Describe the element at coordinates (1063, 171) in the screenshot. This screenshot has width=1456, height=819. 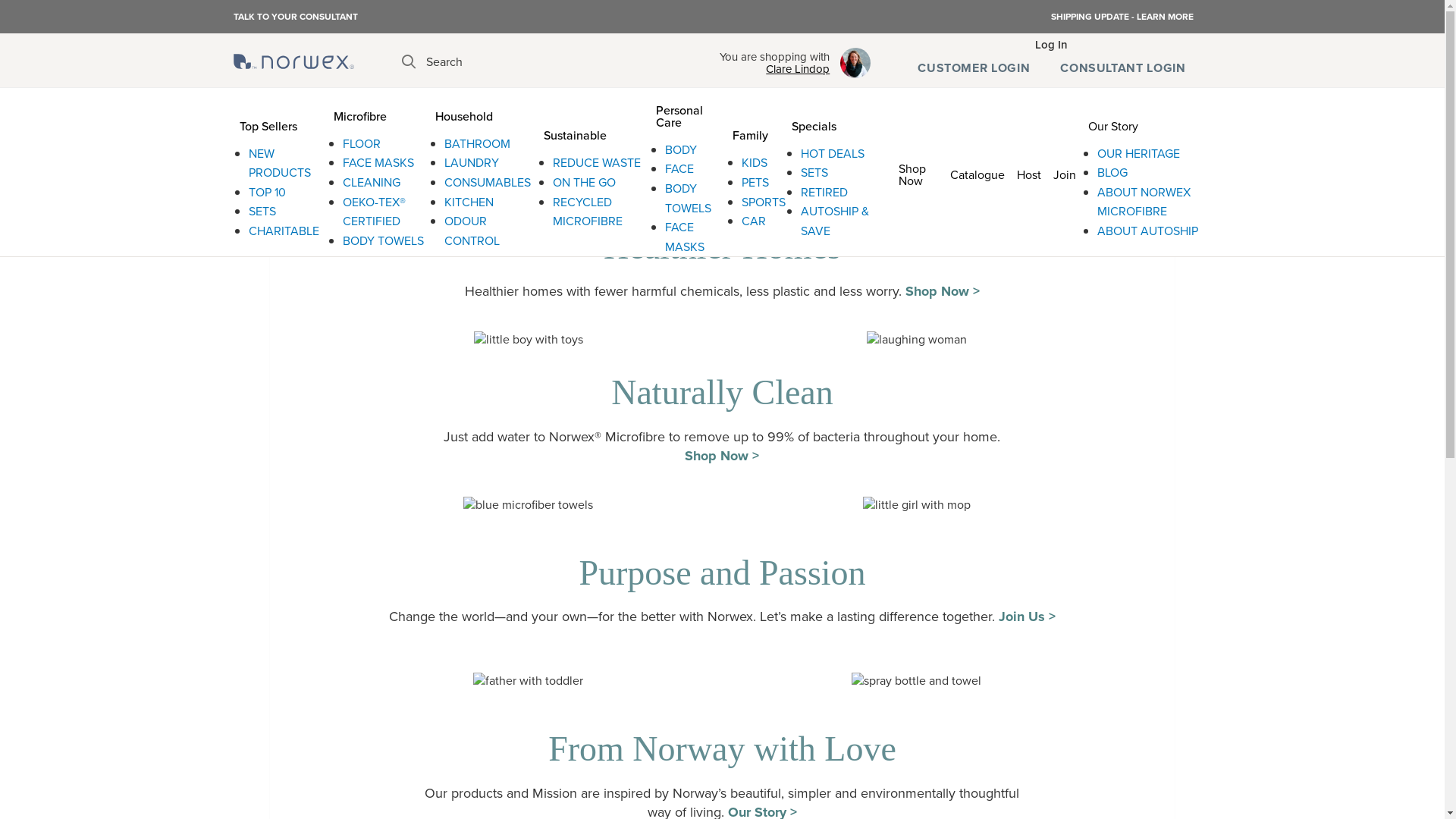
I see `'Join'` at that location.